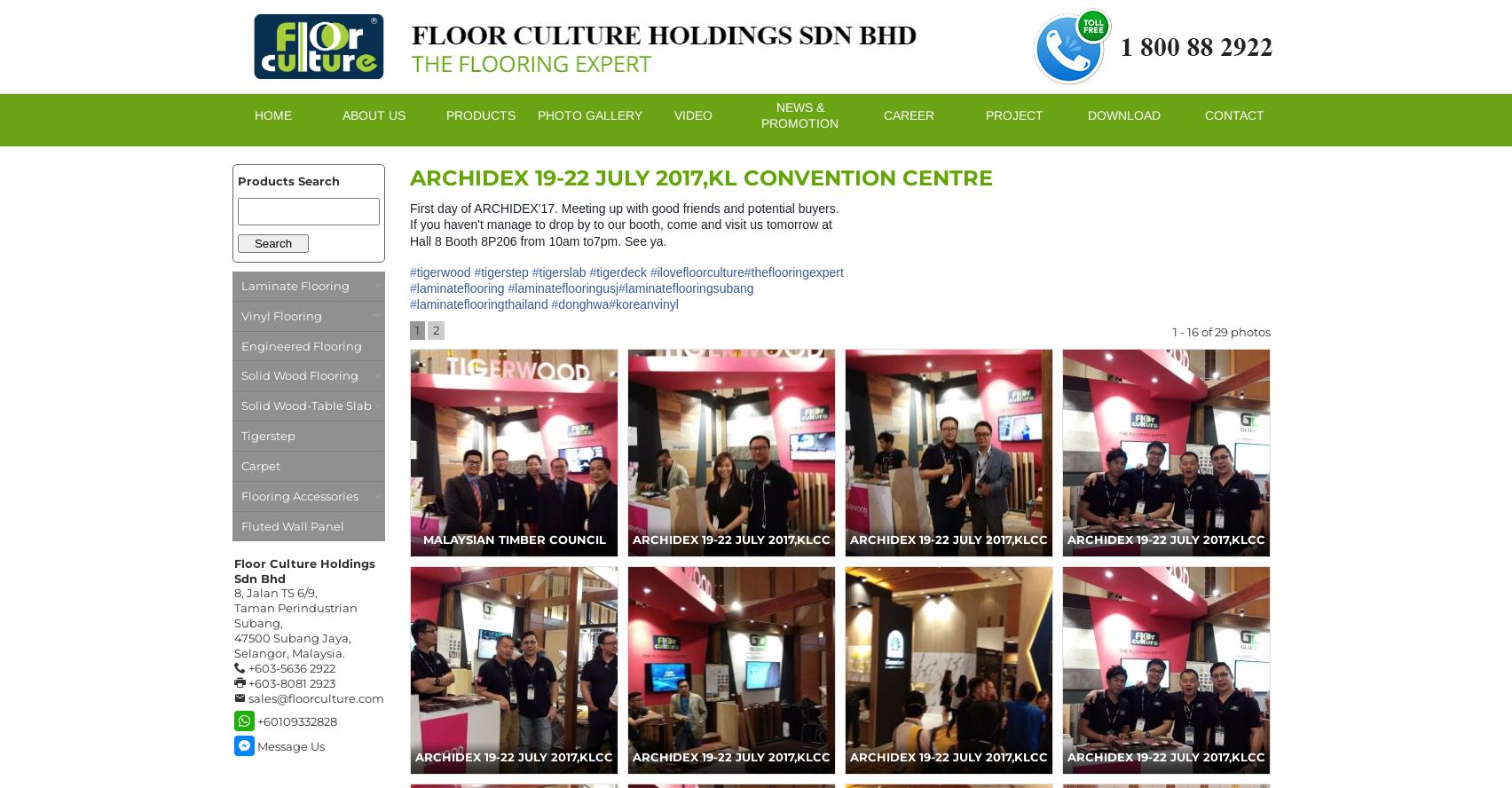 This screenshot has width=1512, height=788. I want to click on 'tigerstep', so click(504, 271).